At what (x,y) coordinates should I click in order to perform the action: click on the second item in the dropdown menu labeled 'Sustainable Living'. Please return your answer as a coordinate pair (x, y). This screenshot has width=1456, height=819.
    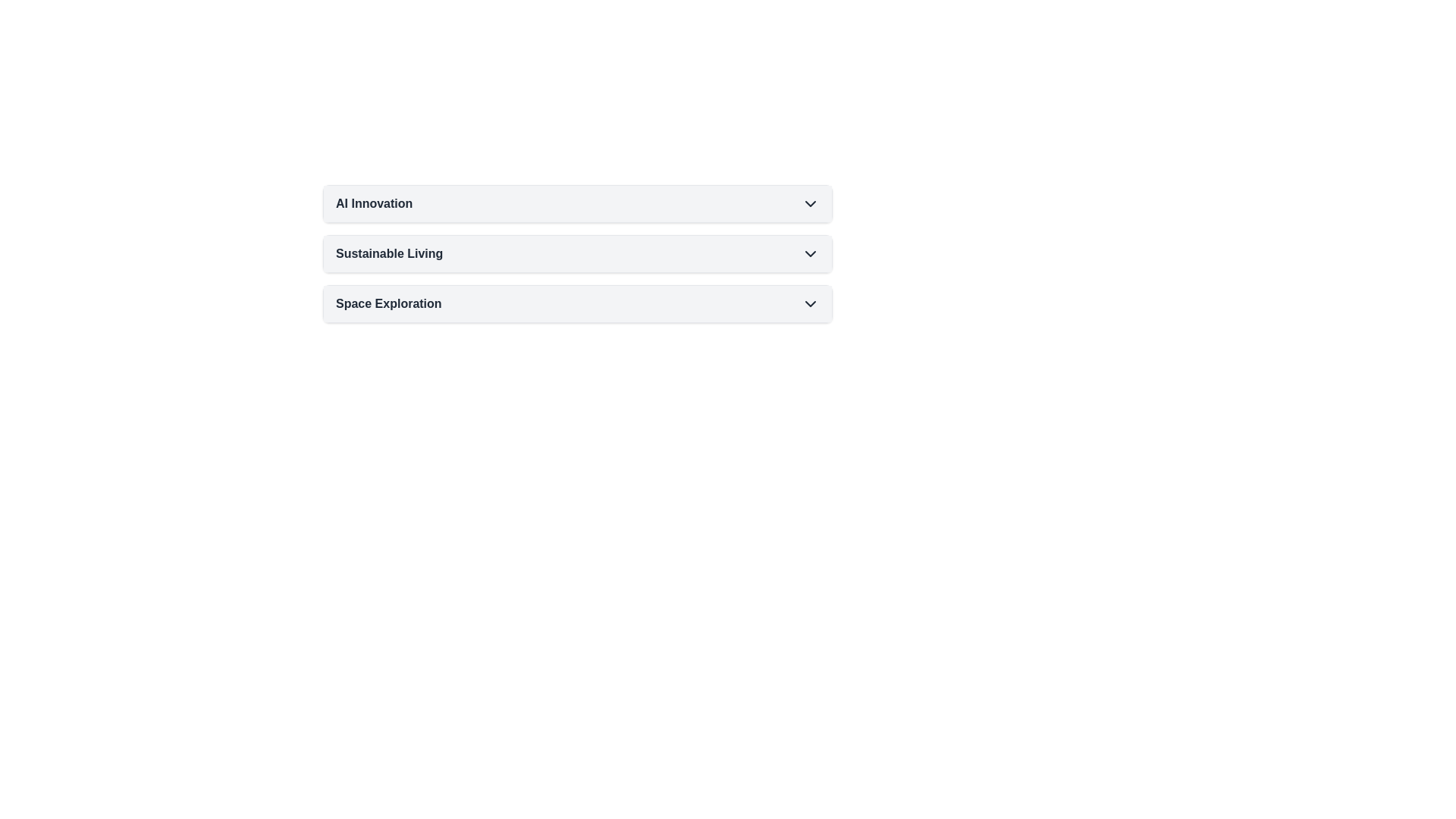
    Looking at the image, I should click on (577, 253).